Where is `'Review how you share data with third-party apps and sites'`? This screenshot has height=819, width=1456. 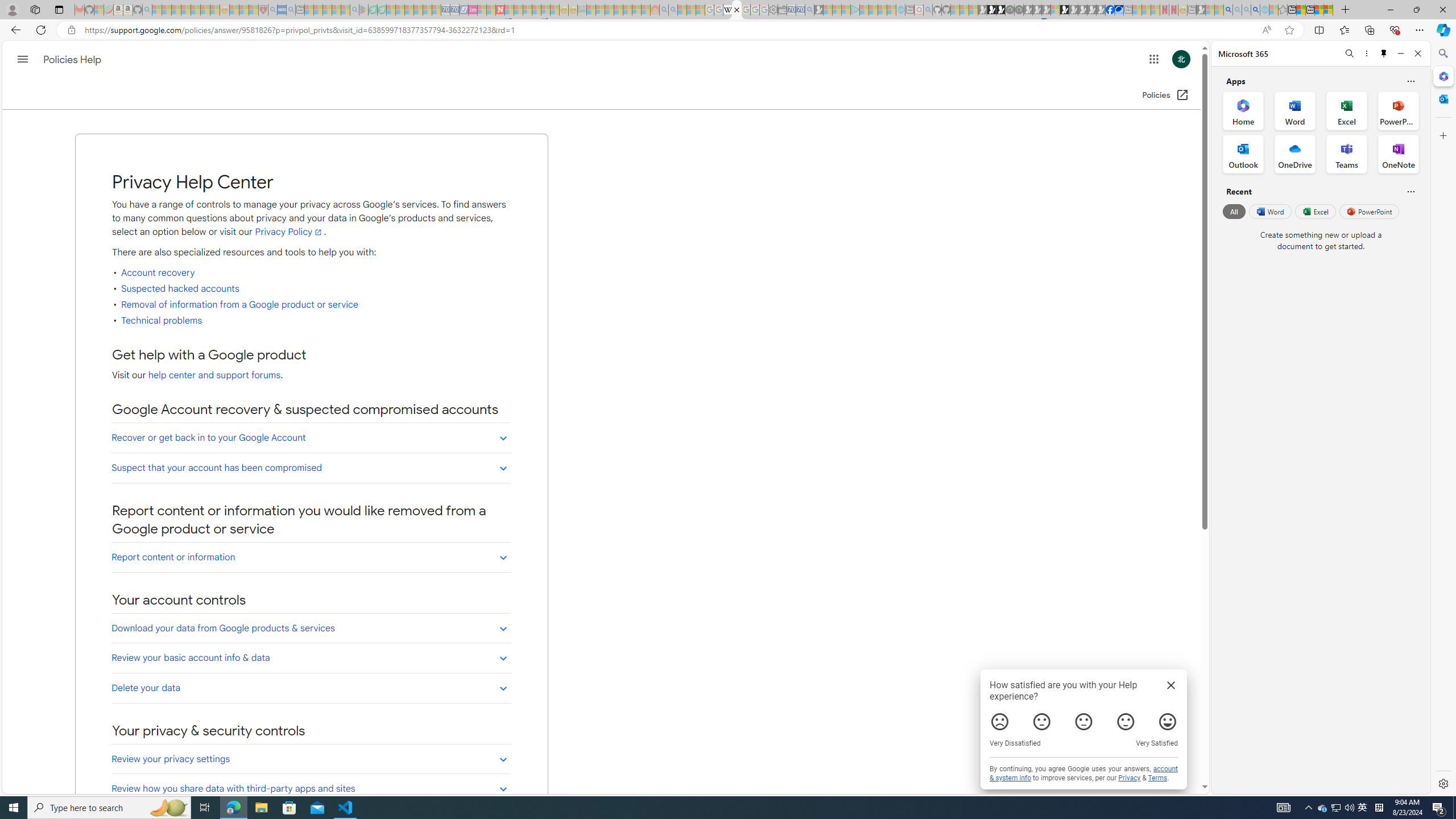 'Review how you share data with third-party apps and sites' is located at coordinates (311, 788).